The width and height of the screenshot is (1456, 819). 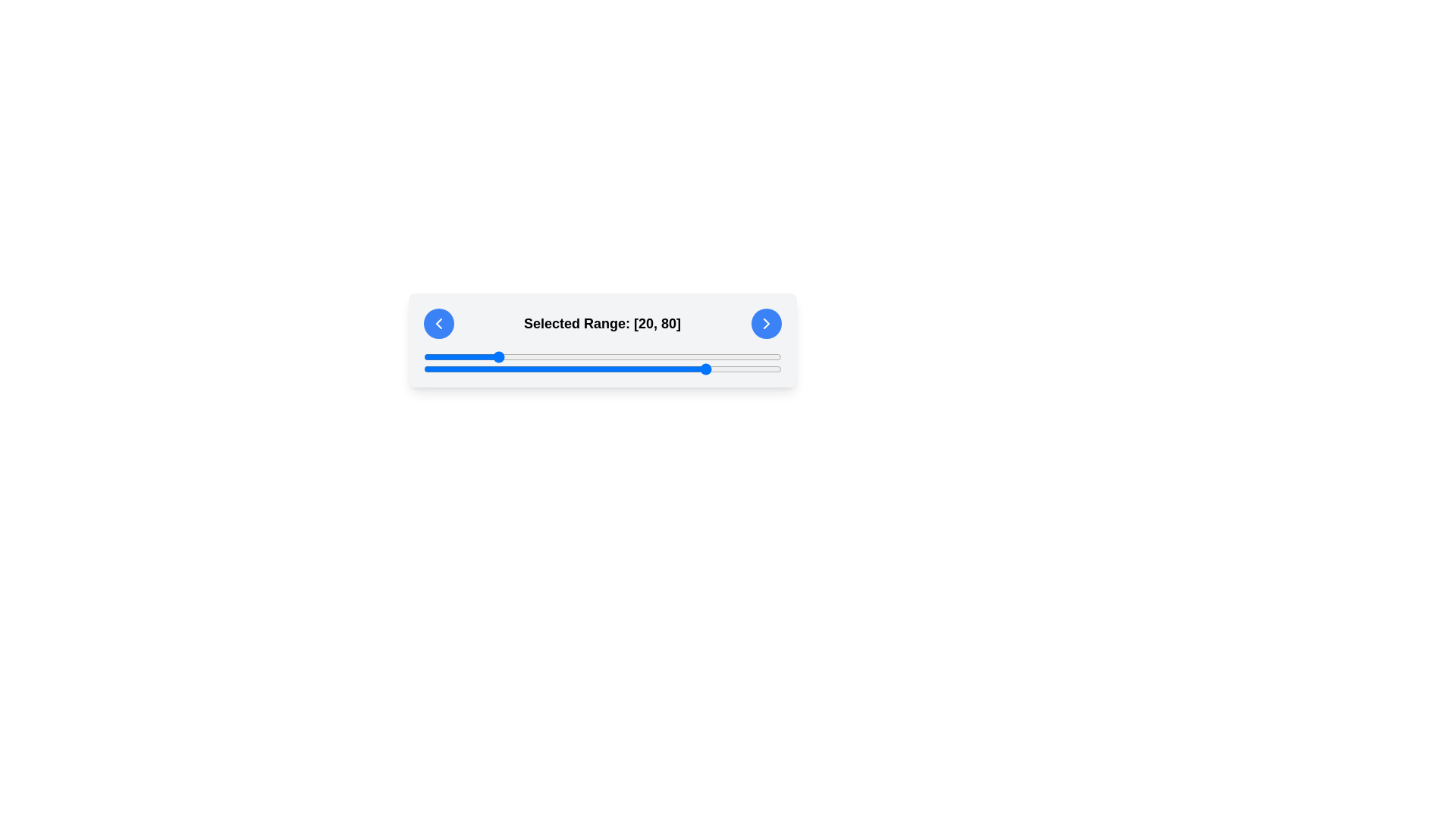 I want to click on slider value, so click(x=444, y=356).